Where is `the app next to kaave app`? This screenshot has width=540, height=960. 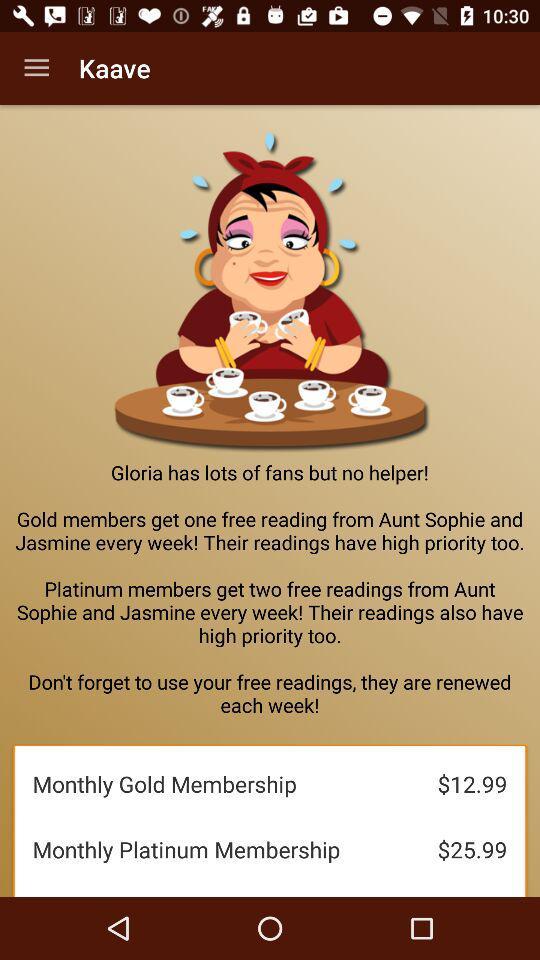 the app next to kaave app is located at coordinates (36, 68).